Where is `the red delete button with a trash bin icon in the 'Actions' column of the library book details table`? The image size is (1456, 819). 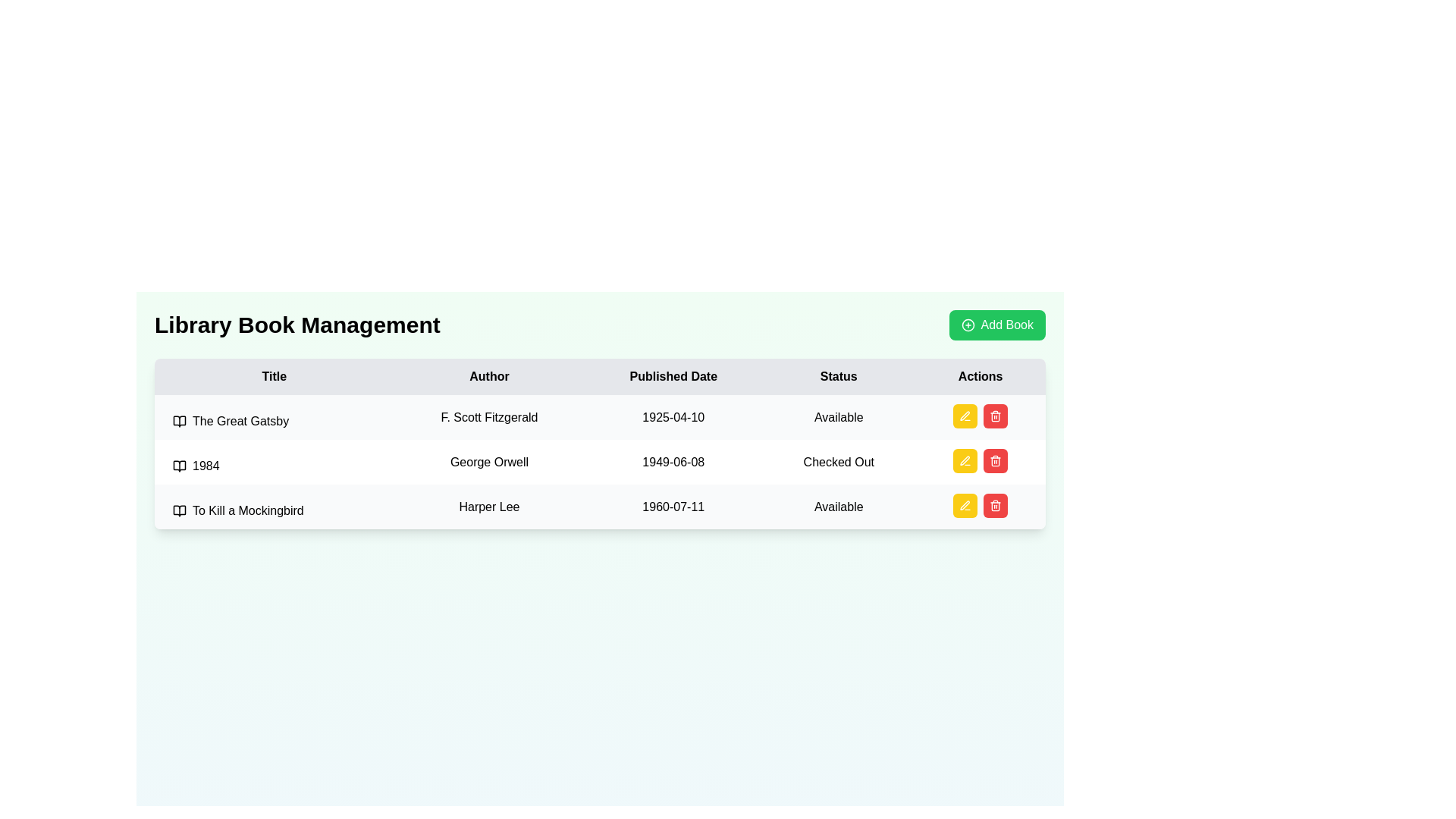
the red delete button with a trash bin icon in the 'Actions' column of the library book details table is located at coordinates (996, 460).